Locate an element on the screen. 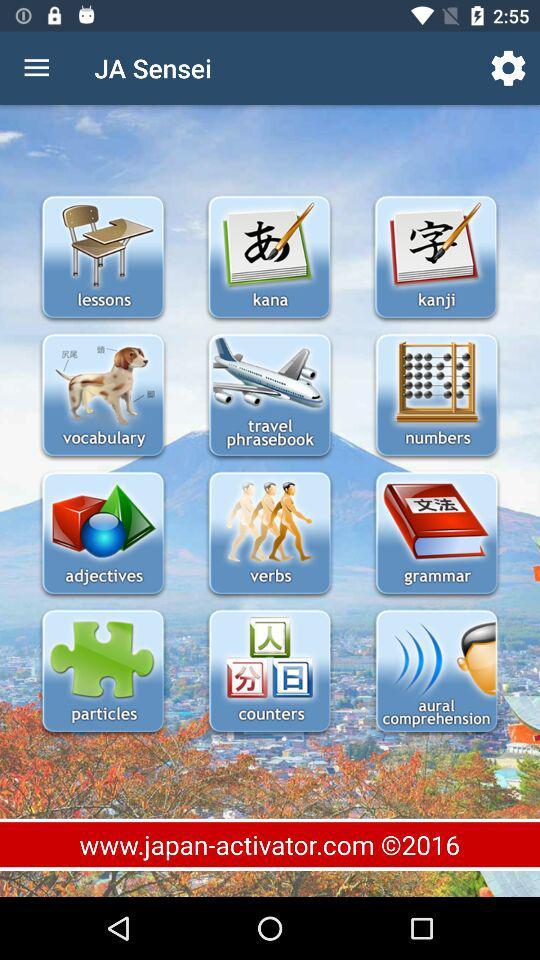 The image size is (540, 960). would open counters is located at coordinates (269, 673).